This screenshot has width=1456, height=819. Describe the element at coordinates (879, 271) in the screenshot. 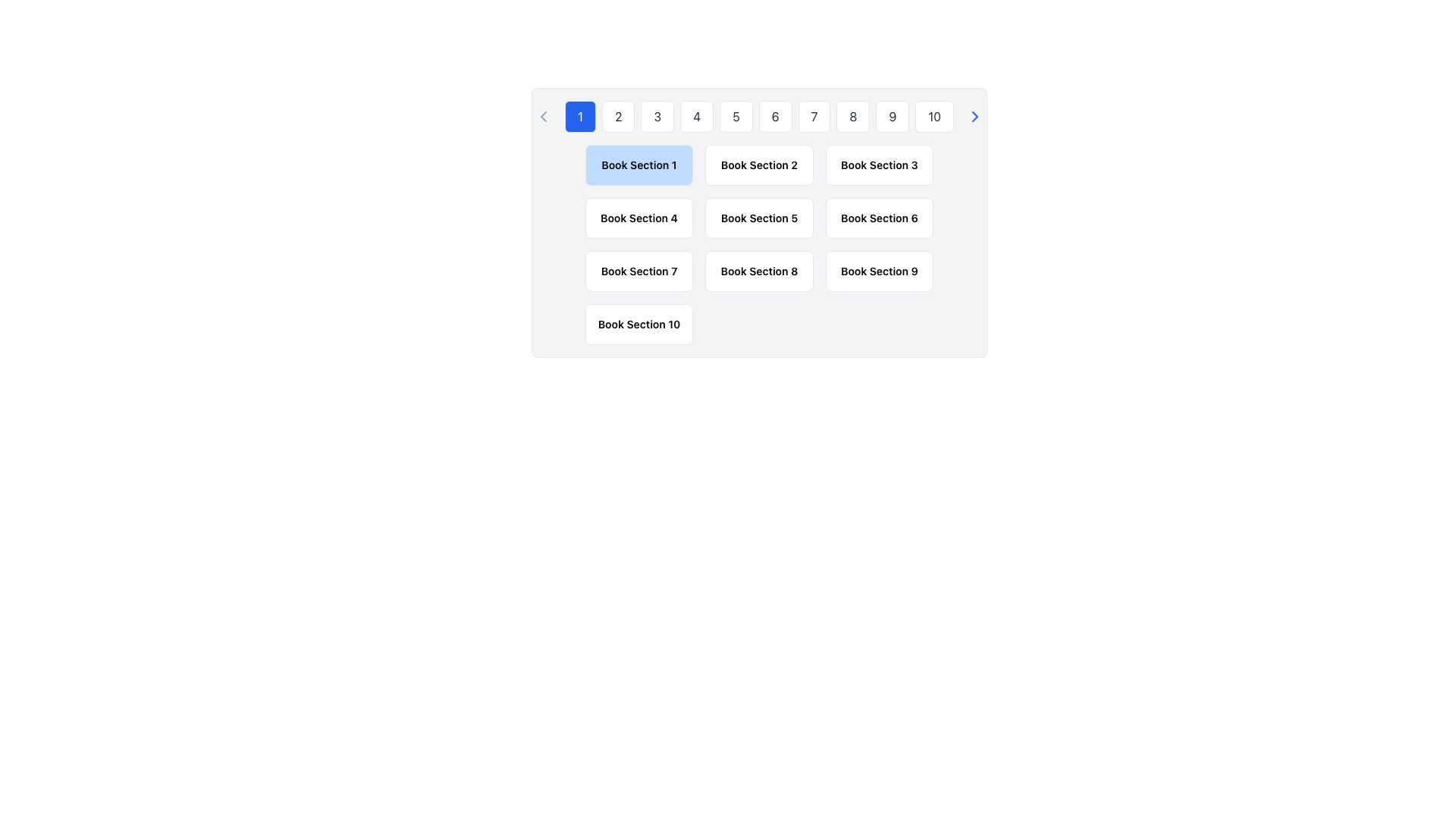

I see `the static text label displaying 'Book Section 9' located in the second row, third column of the grid structure` at that location.